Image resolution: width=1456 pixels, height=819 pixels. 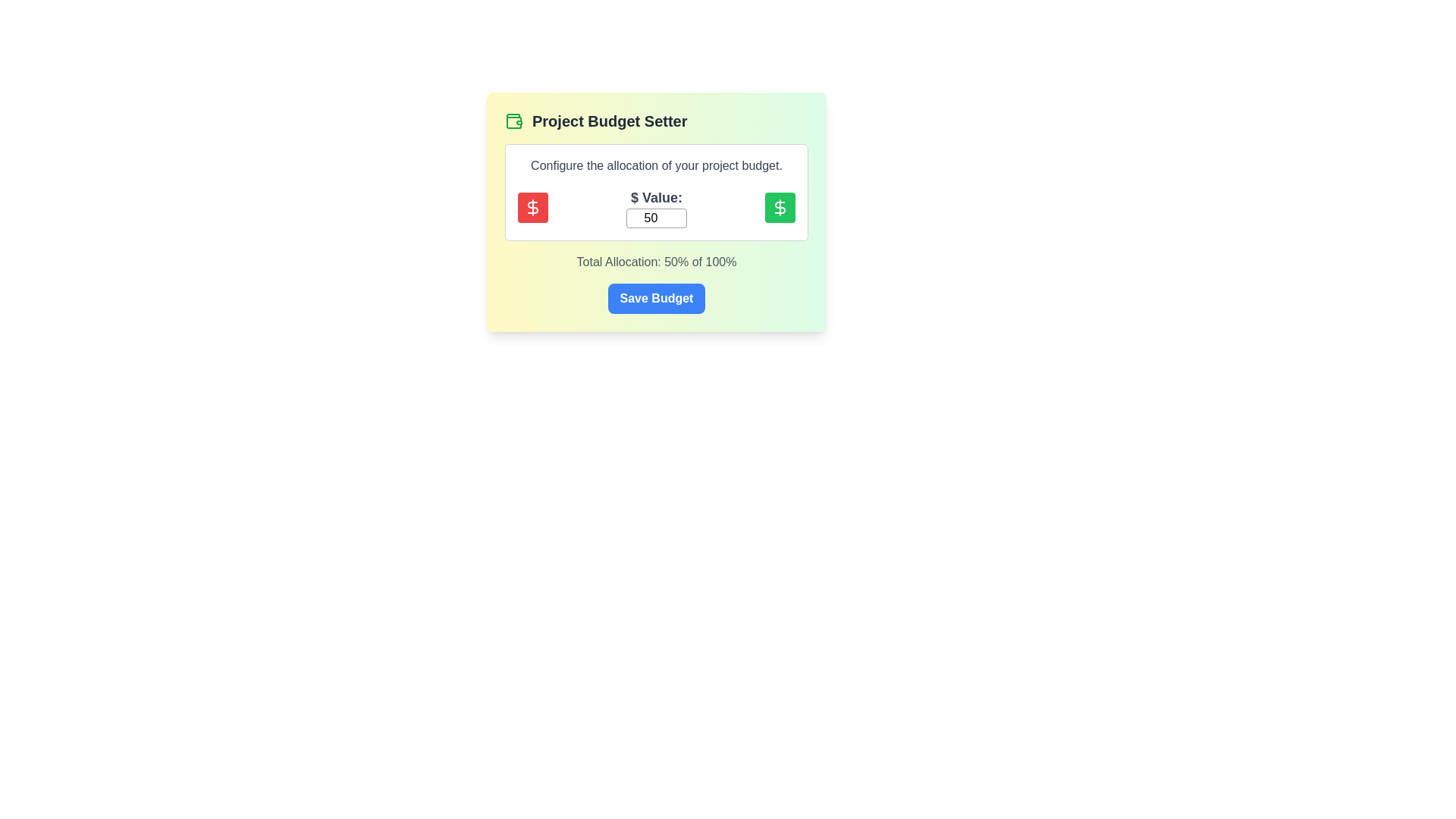 What do you see at coordinates (656, 262) in the screenshot?
I see `the static text displaying the summary of the allocation settings in the 'Project Budget Setter' card, located above the 'Save Budget' button` at bounding box center [656, 262].